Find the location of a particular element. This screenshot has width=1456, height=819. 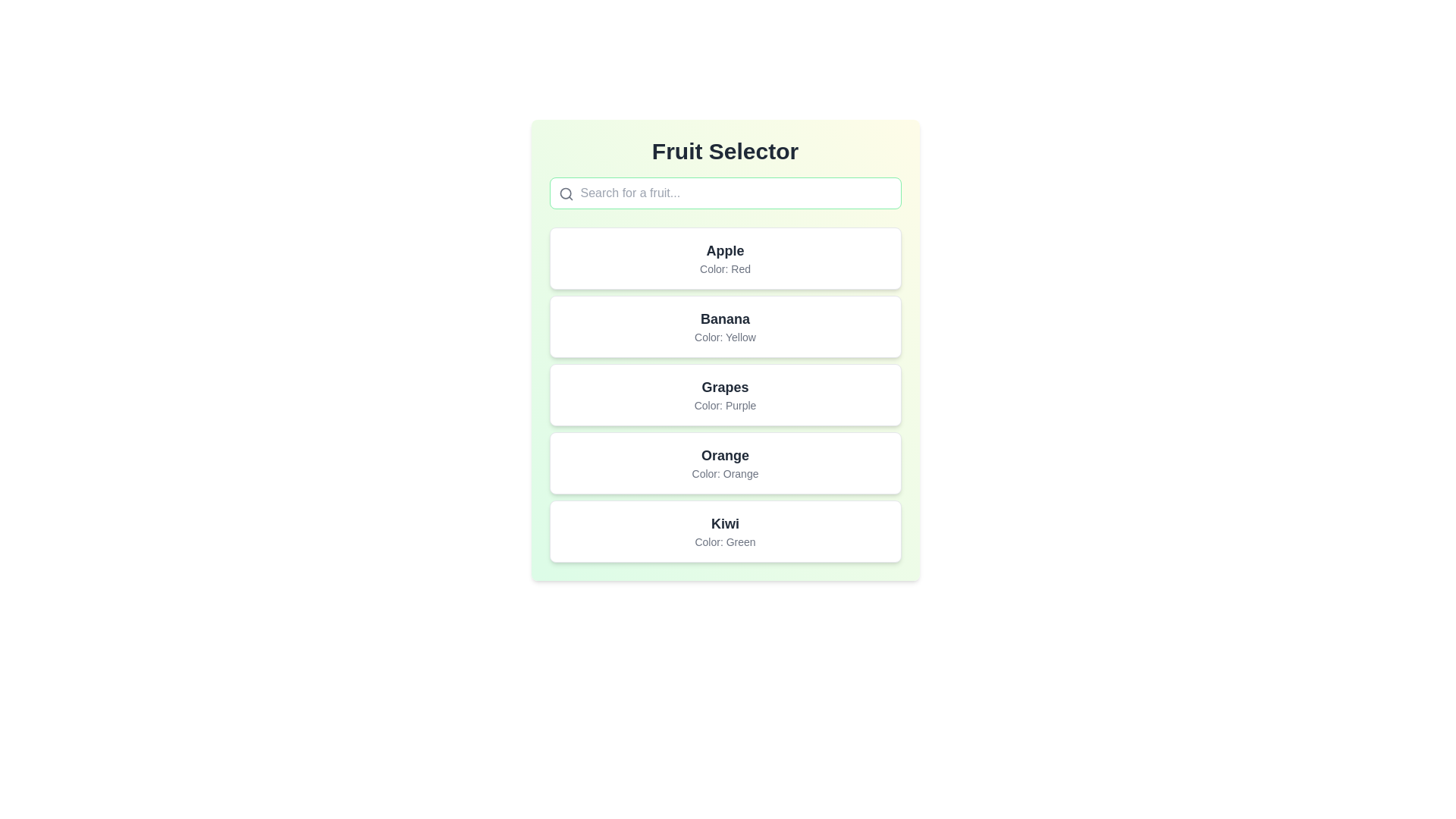

the 'Grapes' option in the Fruit Selector list is located at coordinates (724, 394).